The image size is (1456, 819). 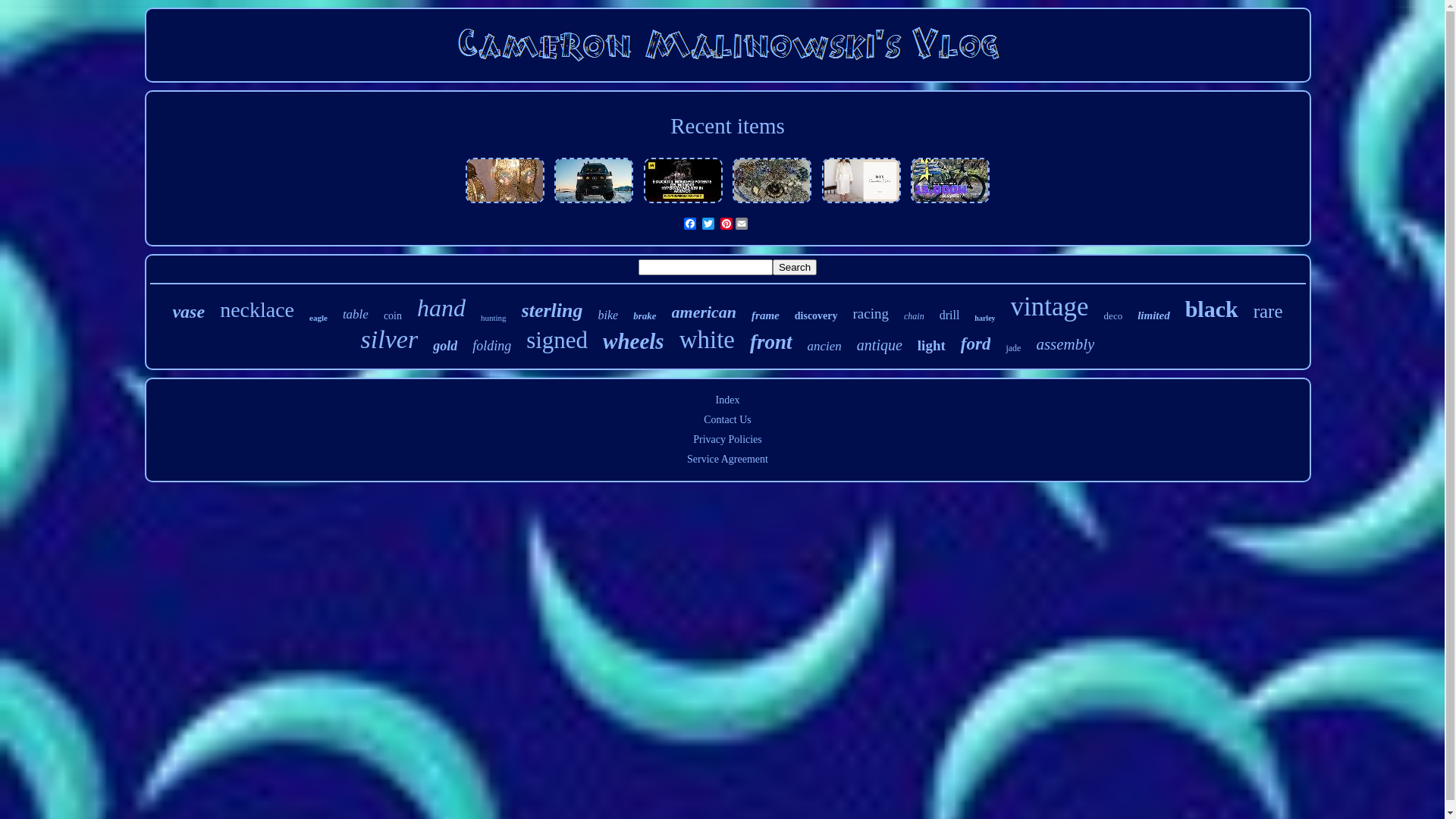 What do you see at coordinates (706, 339) in the screenshot?
I see `'white'` at bounding box center [706, 339].